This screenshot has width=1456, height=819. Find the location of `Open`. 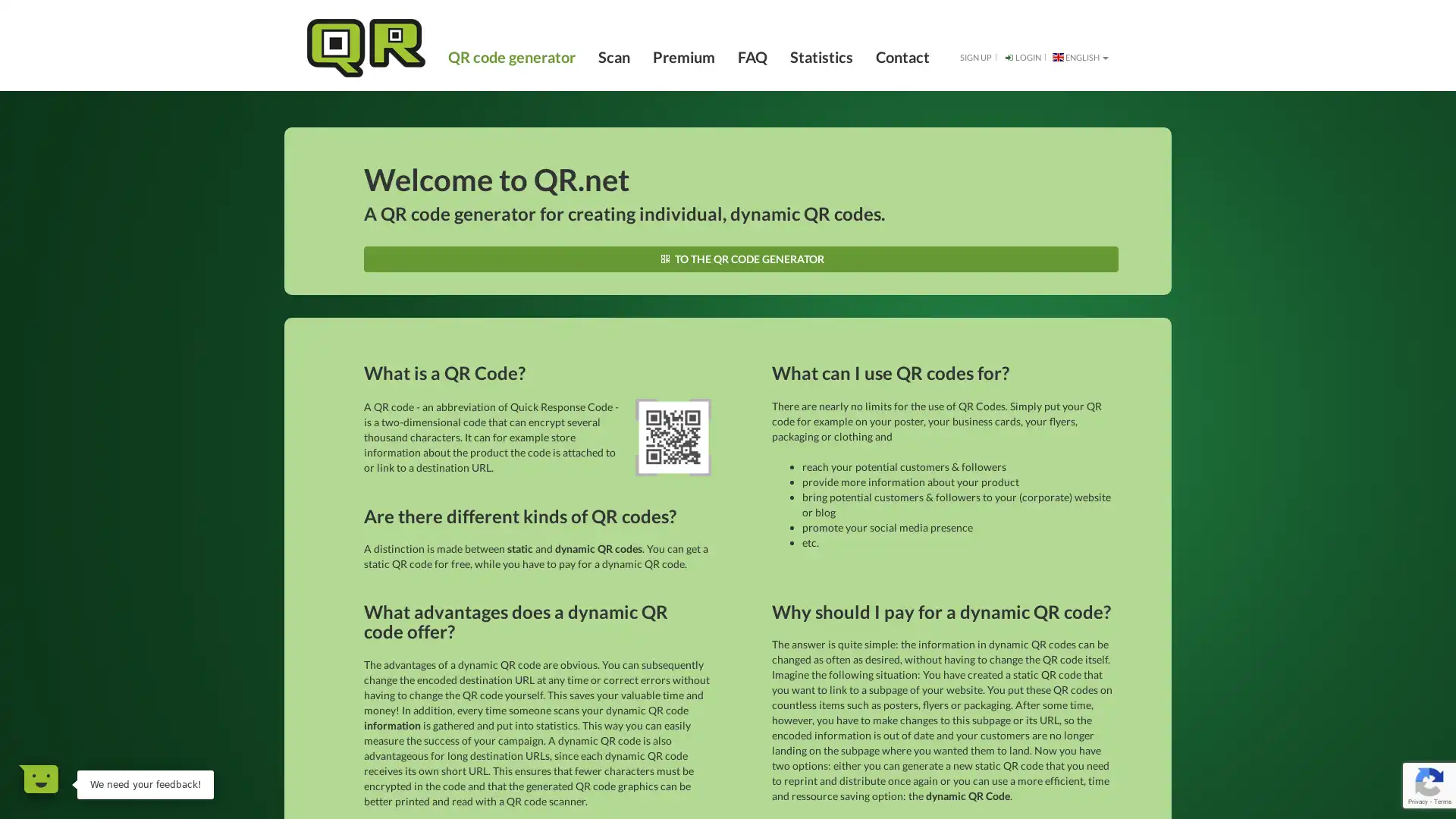

Open is located at coordinates (39, 778).